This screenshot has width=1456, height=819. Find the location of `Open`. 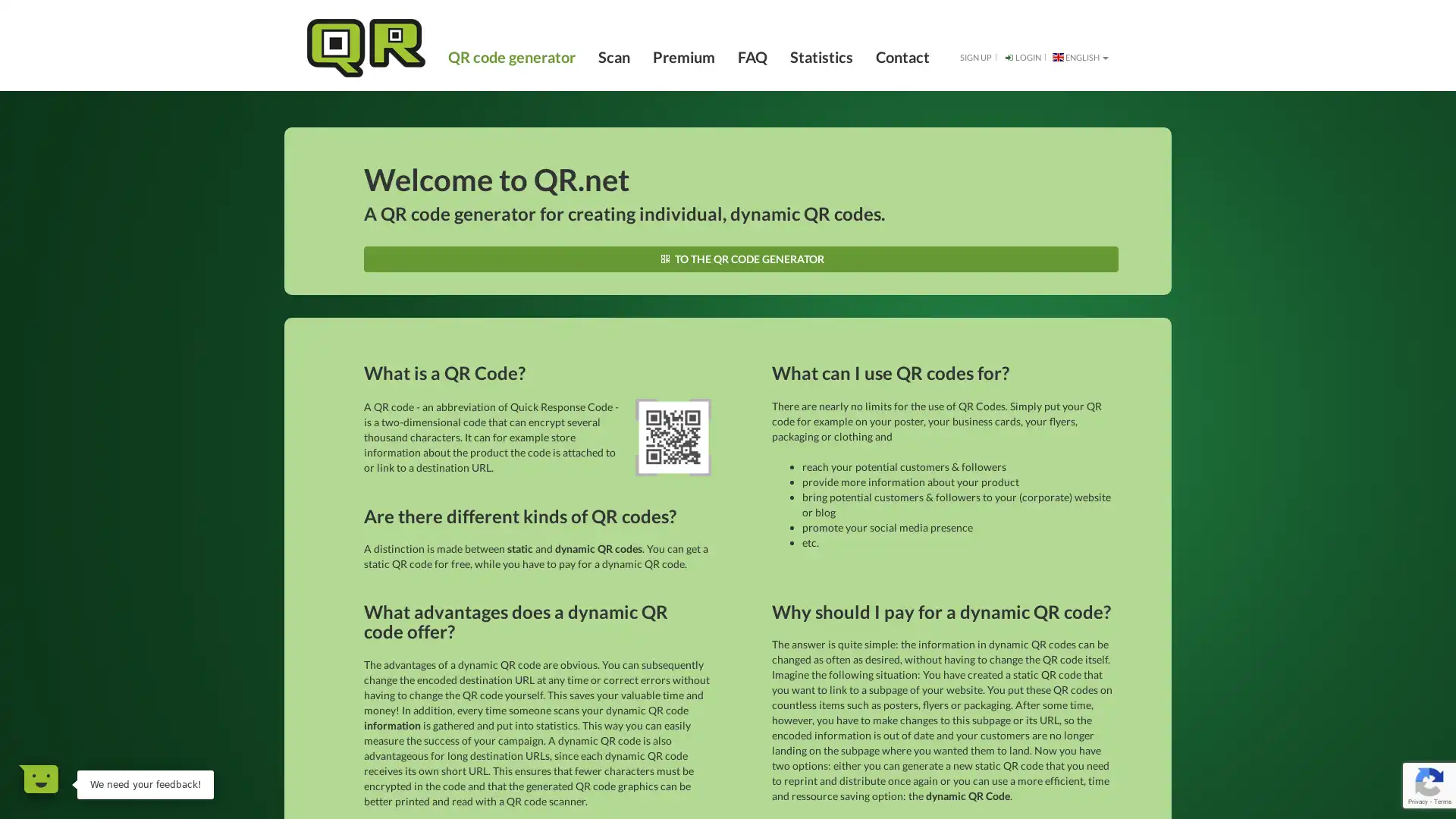

Open is located at coordinates (39, 778).